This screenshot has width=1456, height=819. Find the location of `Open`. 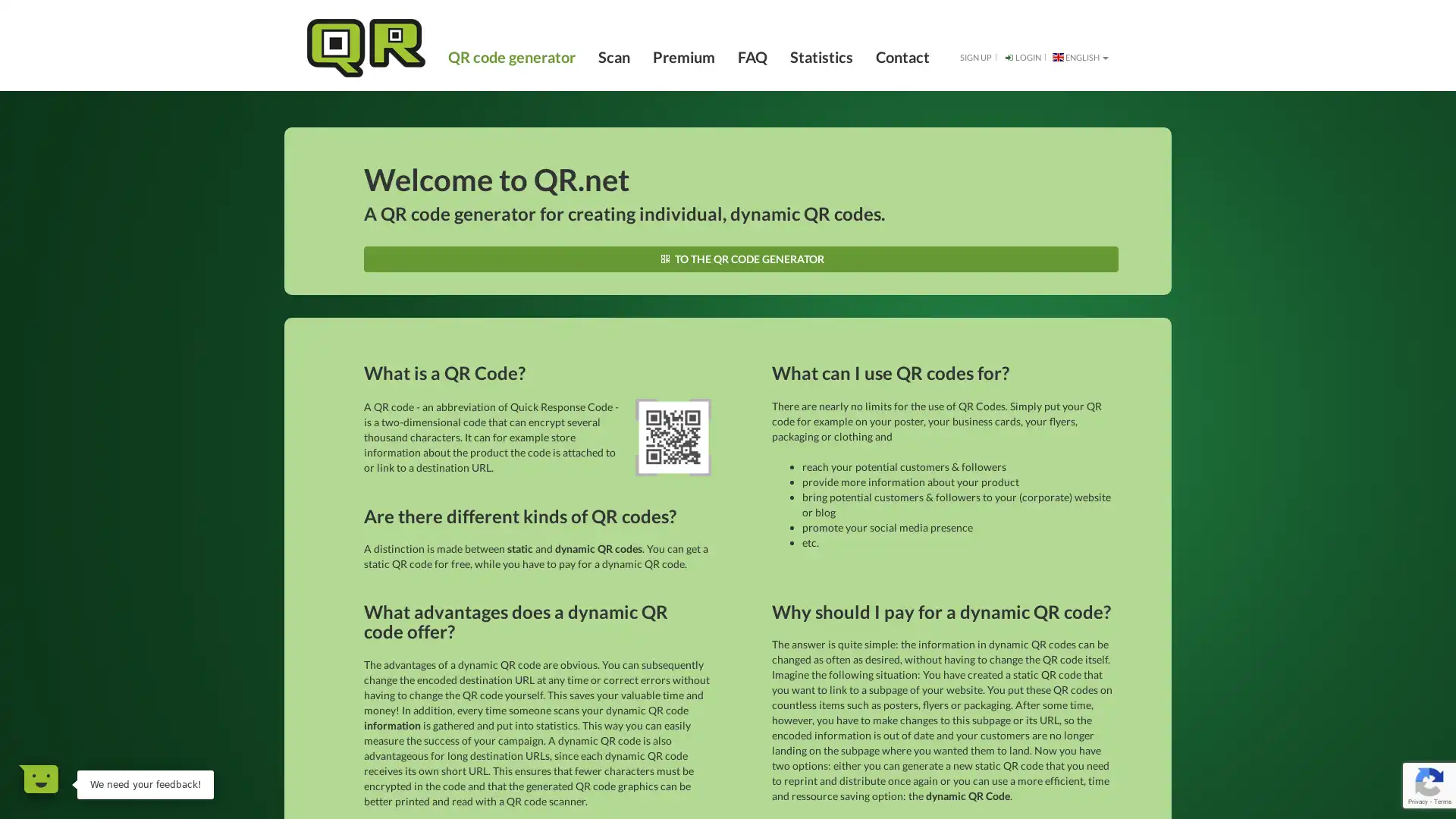

Open is located at coordinates (39, 778).